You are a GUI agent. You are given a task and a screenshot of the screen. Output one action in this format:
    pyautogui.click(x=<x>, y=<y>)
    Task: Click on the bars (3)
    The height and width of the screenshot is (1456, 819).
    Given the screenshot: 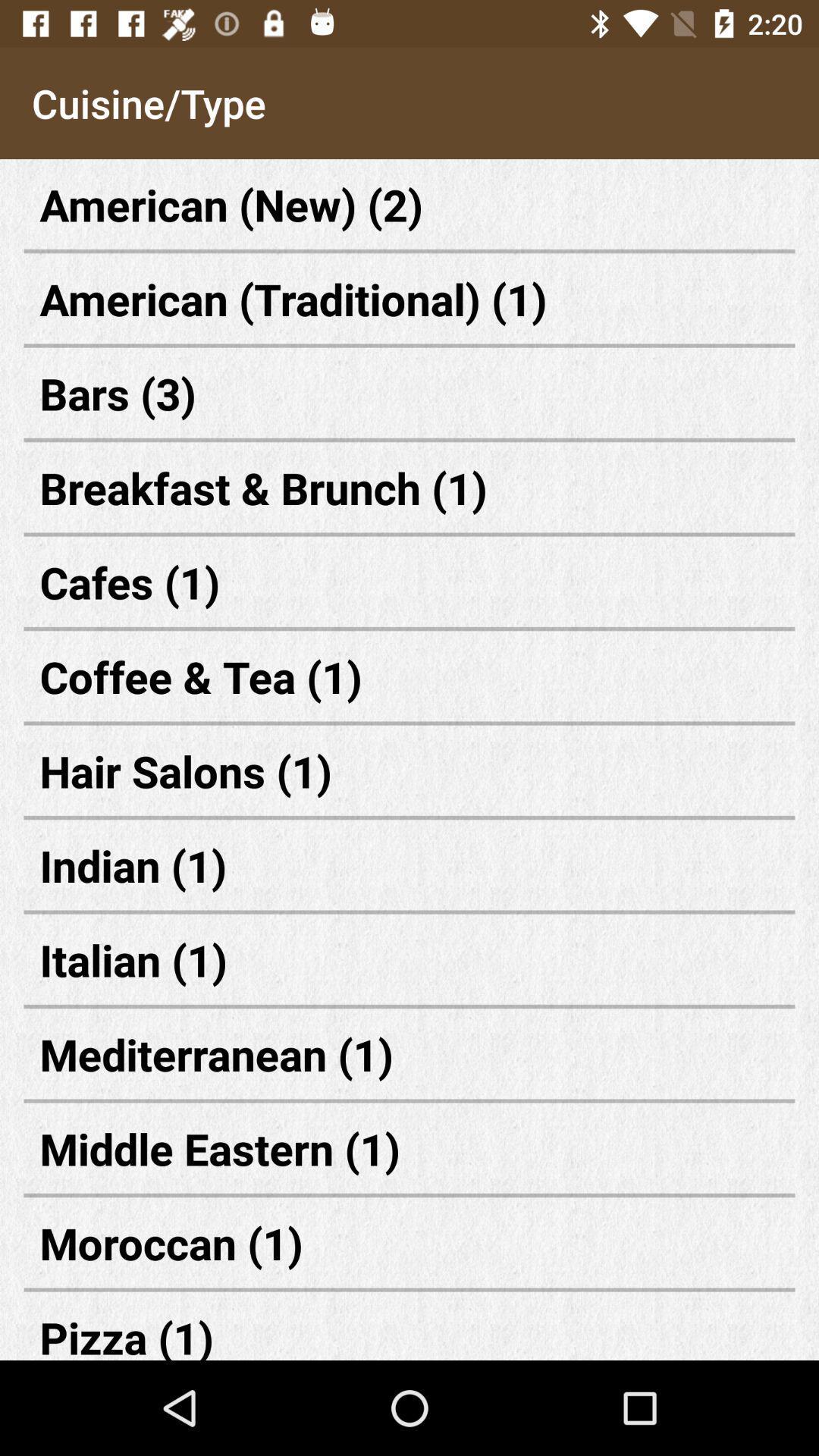 What is the action you would take?
    pyautogui.click(x=409, y=393)
    